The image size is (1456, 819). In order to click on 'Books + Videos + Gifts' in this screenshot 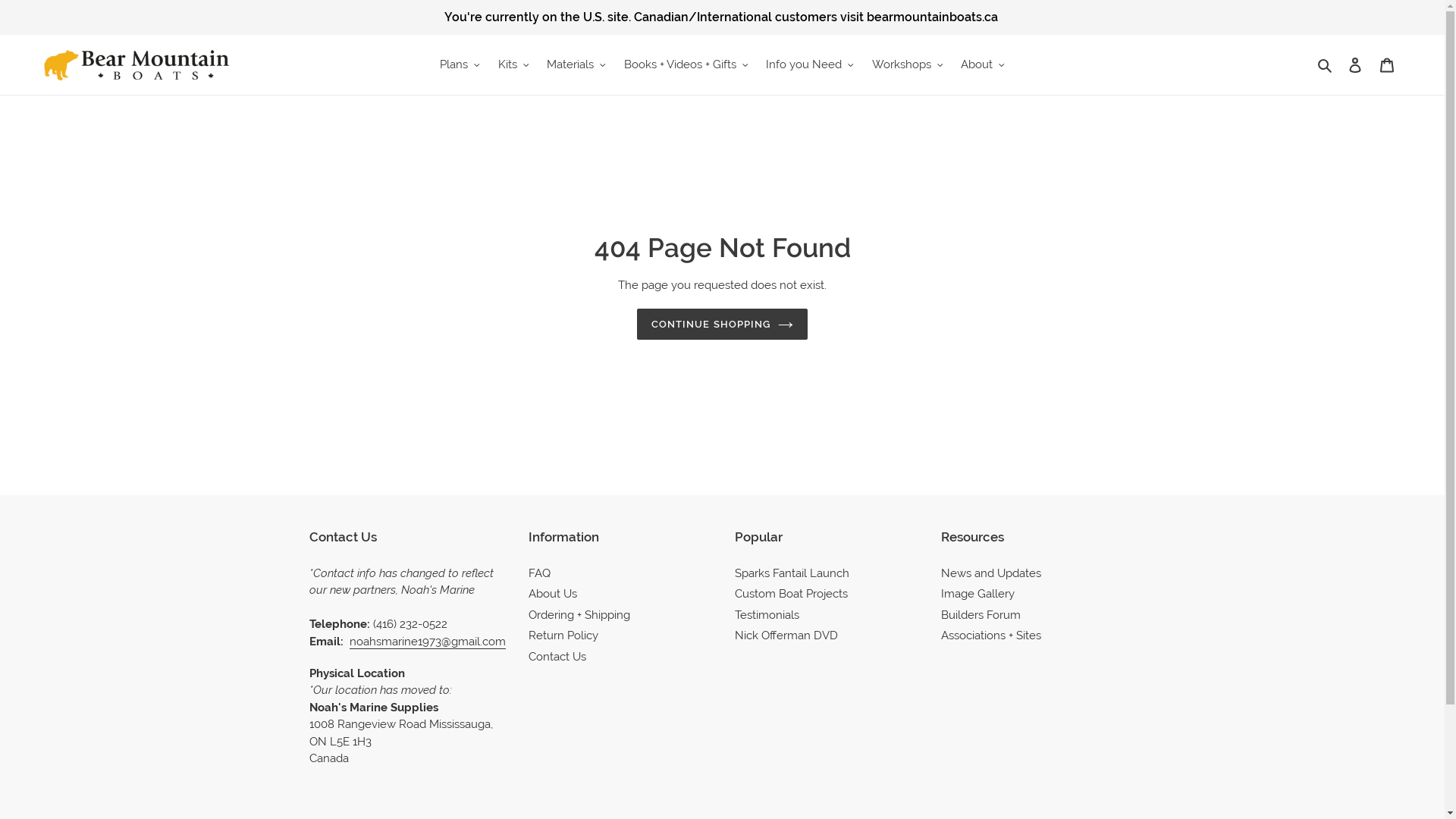, I will do `click(616, 64)`.